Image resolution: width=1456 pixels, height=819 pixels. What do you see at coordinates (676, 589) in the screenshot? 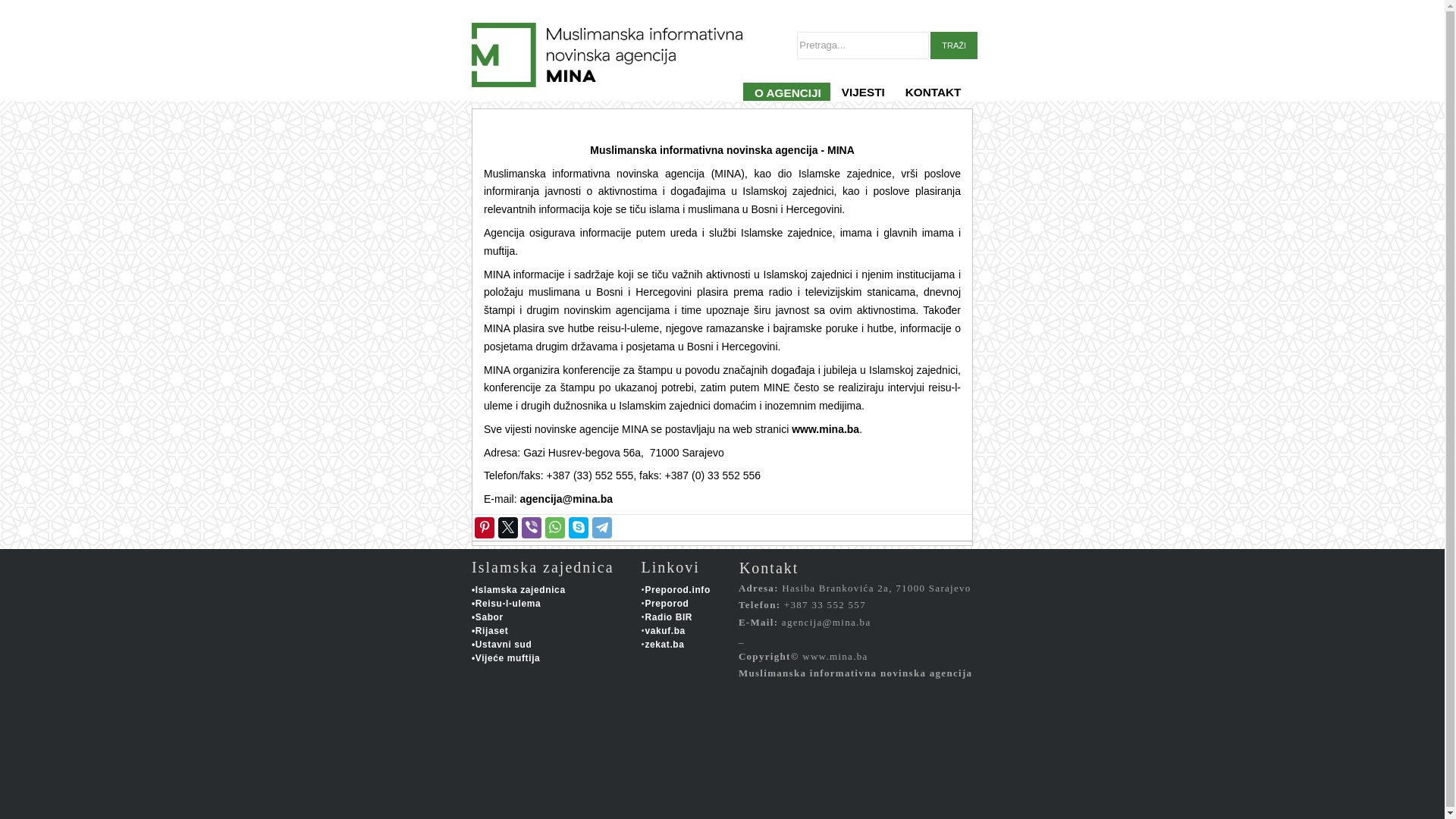
I see `'Preporod.info'` at bounding box center [676, 589].